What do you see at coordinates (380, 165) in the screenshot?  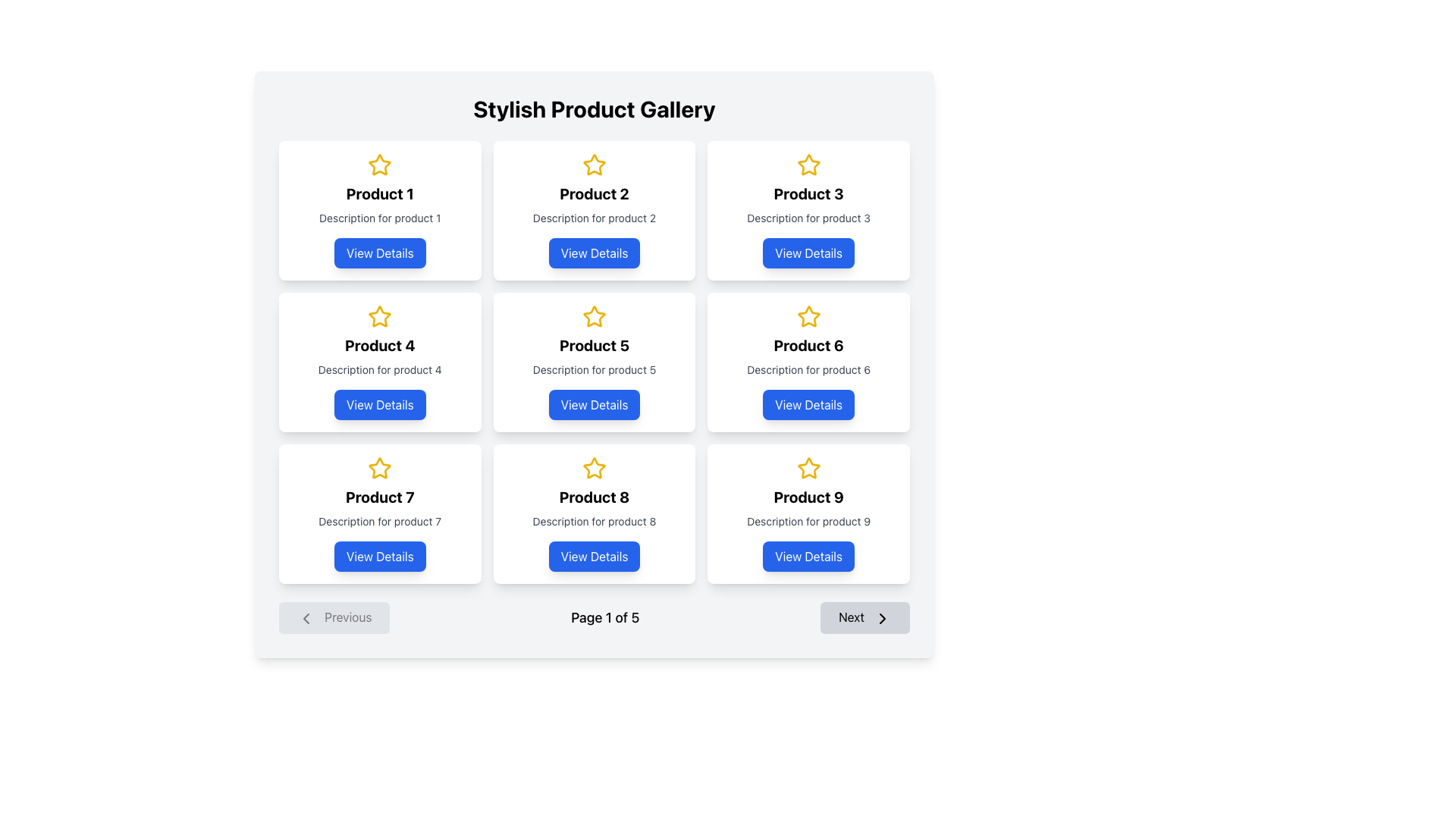 I see `the star icon with a yellow outline` at bounding box center [380, 165].